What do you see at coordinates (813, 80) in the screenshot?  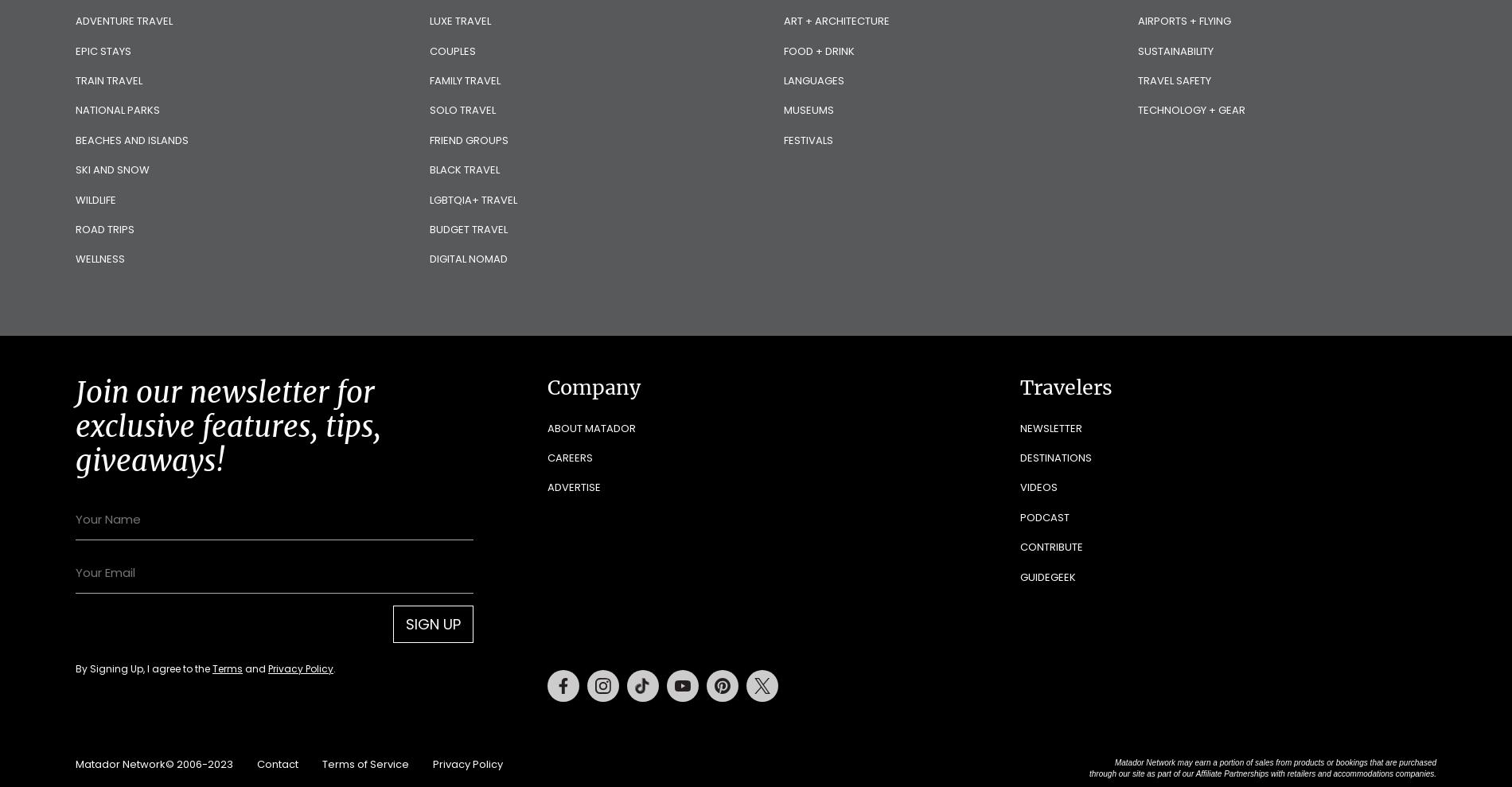 I see `'Languages'` at bounding box center [813, 80].